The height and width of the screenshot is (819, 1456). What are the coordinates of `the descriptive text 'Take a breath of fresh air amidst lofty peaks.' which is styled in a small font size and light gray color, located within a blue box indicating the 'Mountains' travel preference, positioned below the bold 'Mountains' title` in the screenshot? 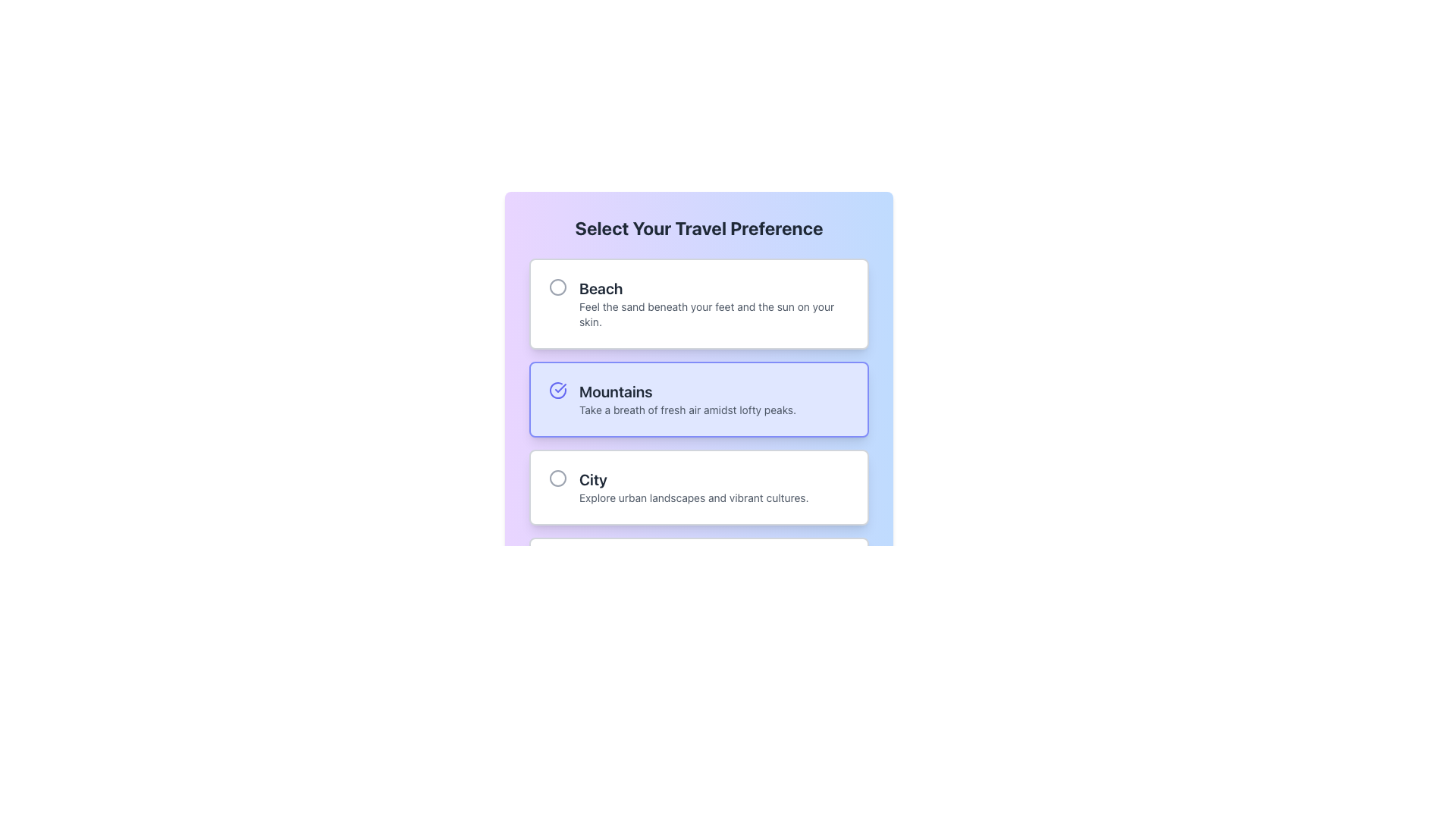 It's located at (687, 409).